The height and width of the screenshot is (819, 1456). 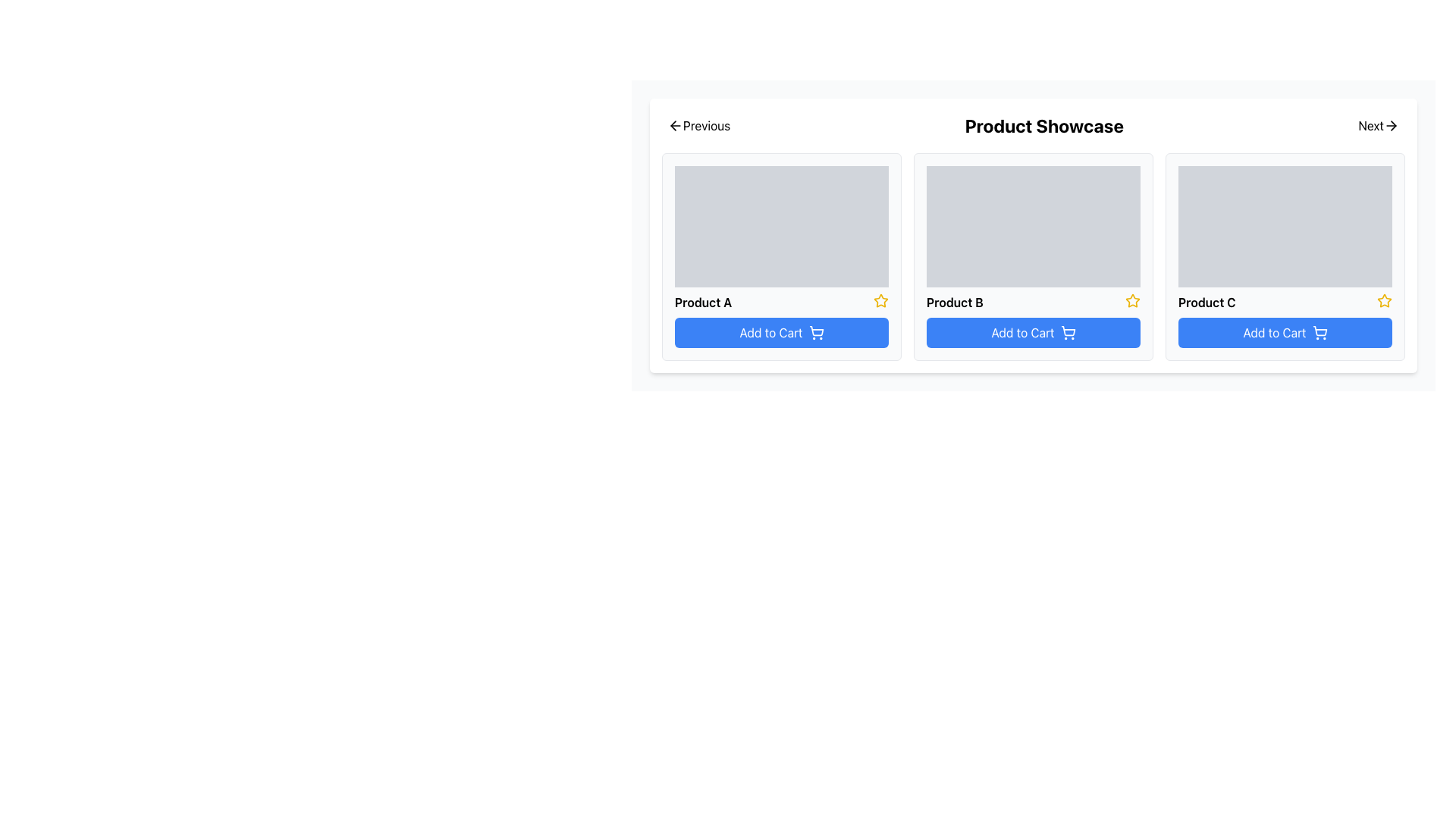 I want to click on the 'Add to Cart' button with a blue background and white text, located at the bottom of the Product C card in the product showcase section, so click(x=1284, y=332).